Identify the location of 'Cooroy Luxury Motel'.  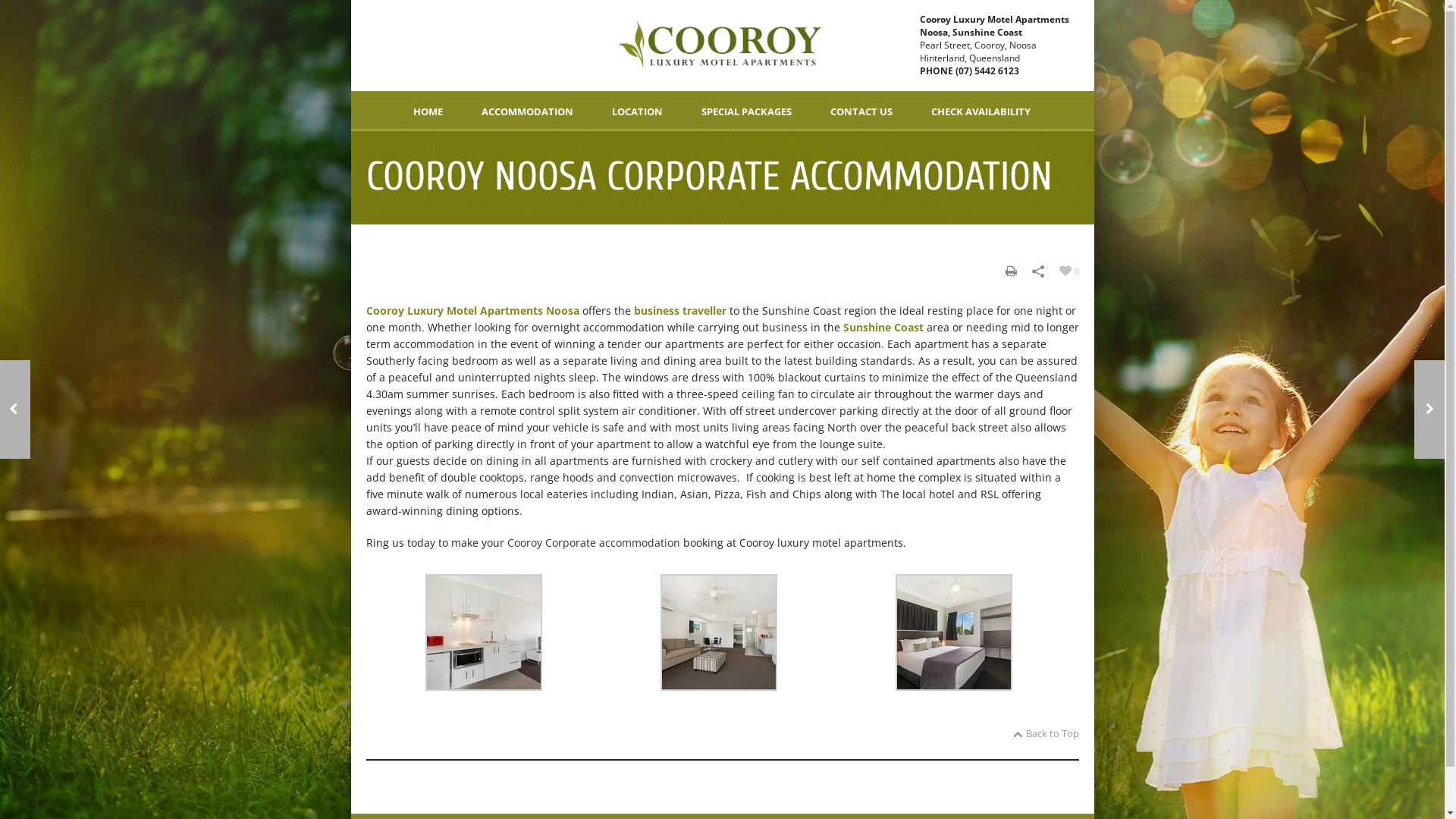
(720, 45).